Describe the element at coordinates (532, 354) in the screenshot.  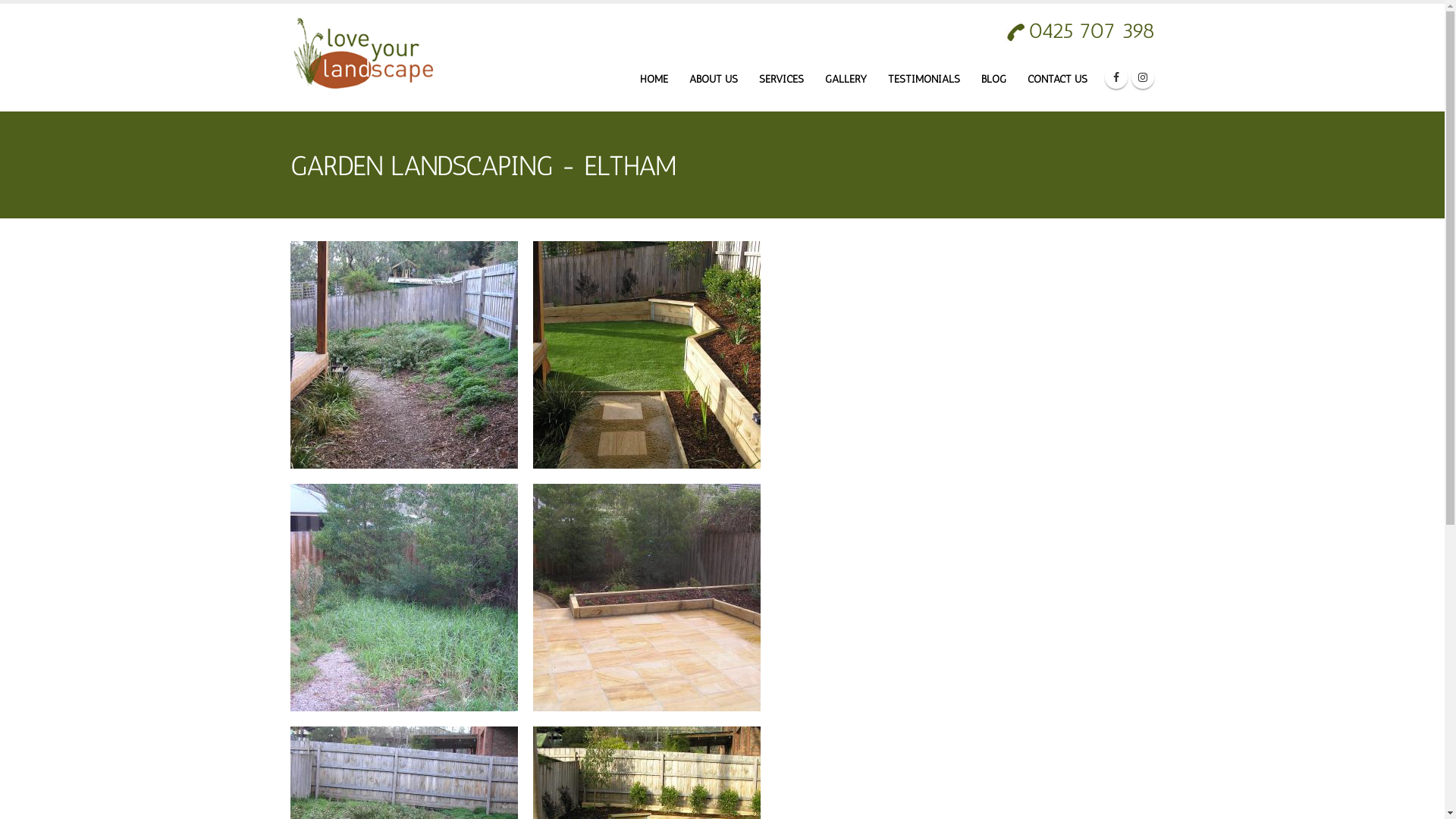
I see `'Garden landscaping - Eltham'` at that location.